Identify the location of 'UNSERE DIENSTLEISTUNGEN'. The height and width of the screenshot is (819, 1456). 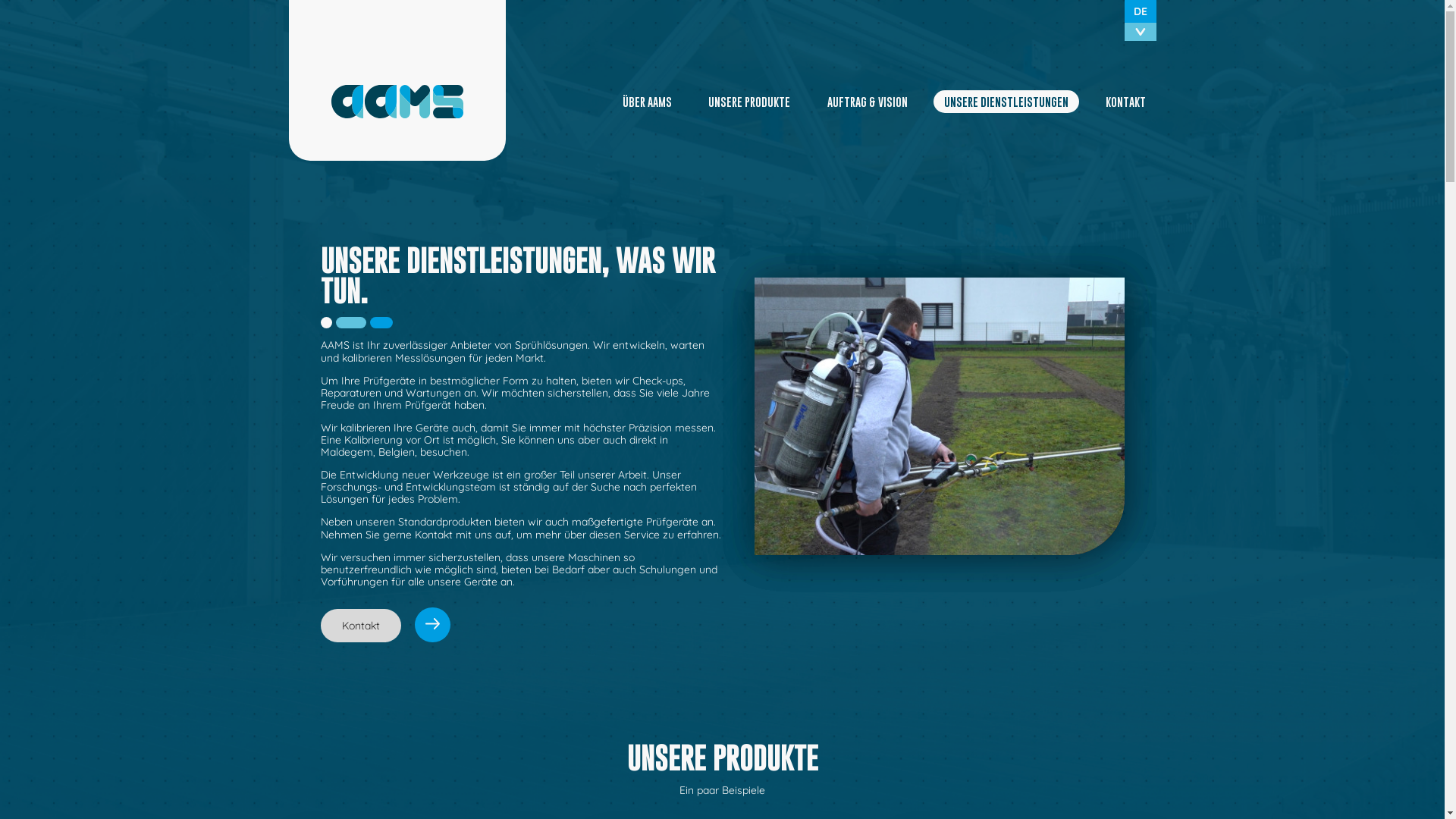
(1006, 102).